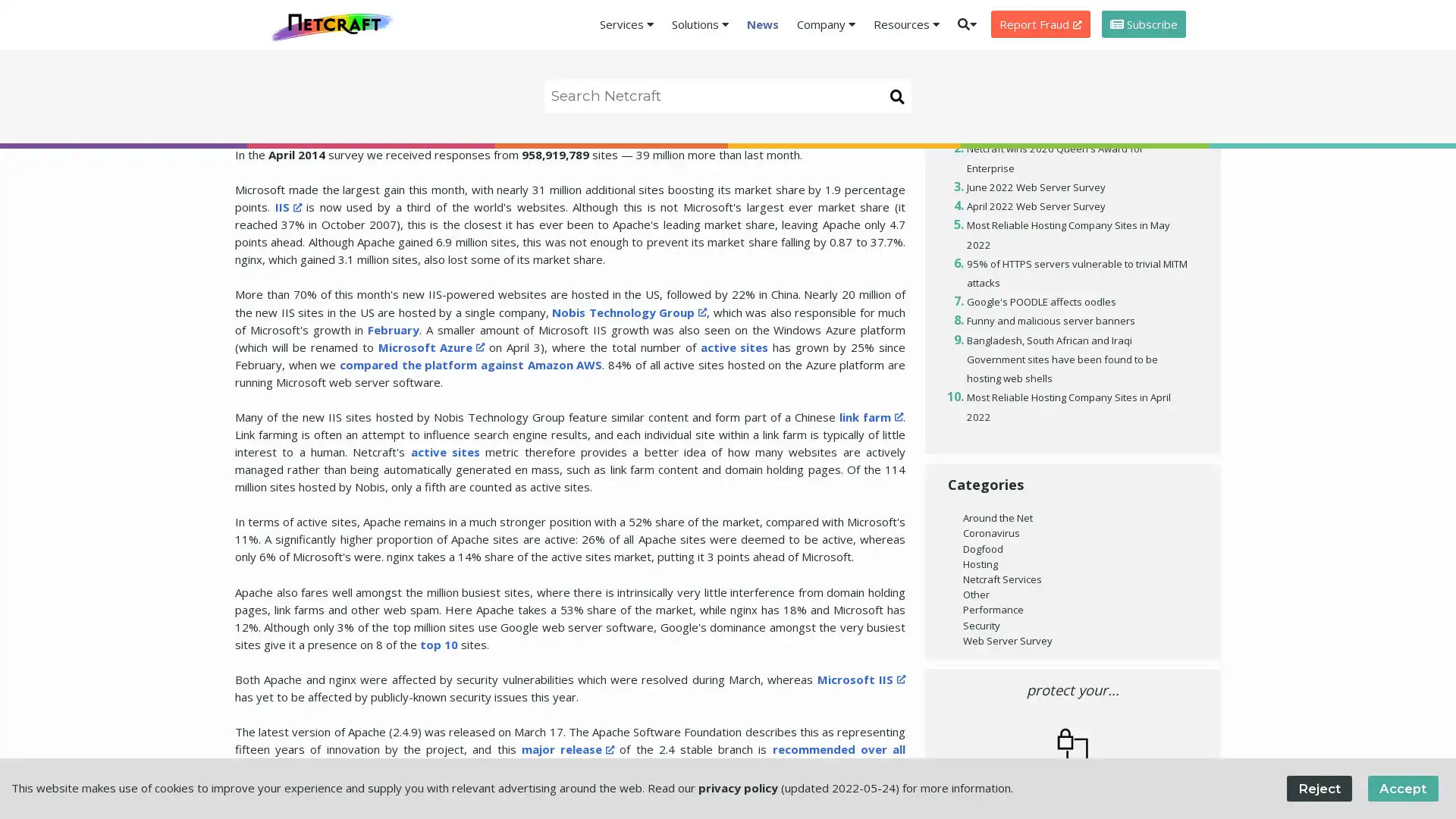 The image size is (1456, 819). Describe the element at coordinates (1318, 787) in the screenshot. I see `Reject` at that location.